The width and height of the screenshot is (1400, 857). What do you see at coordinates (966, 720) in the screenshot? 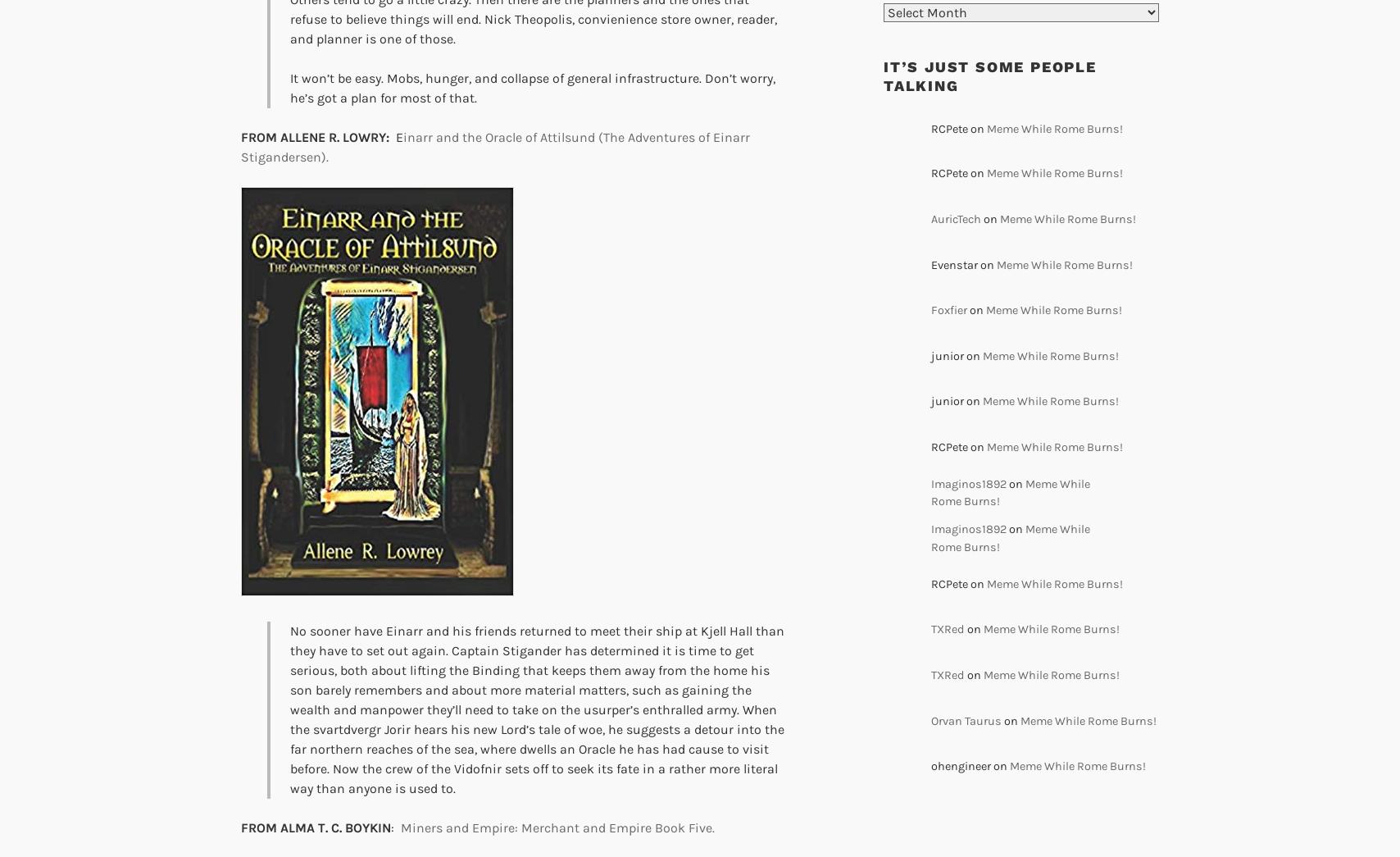
I see `'Orvan Taurus'` at bounding box center [966, 720].